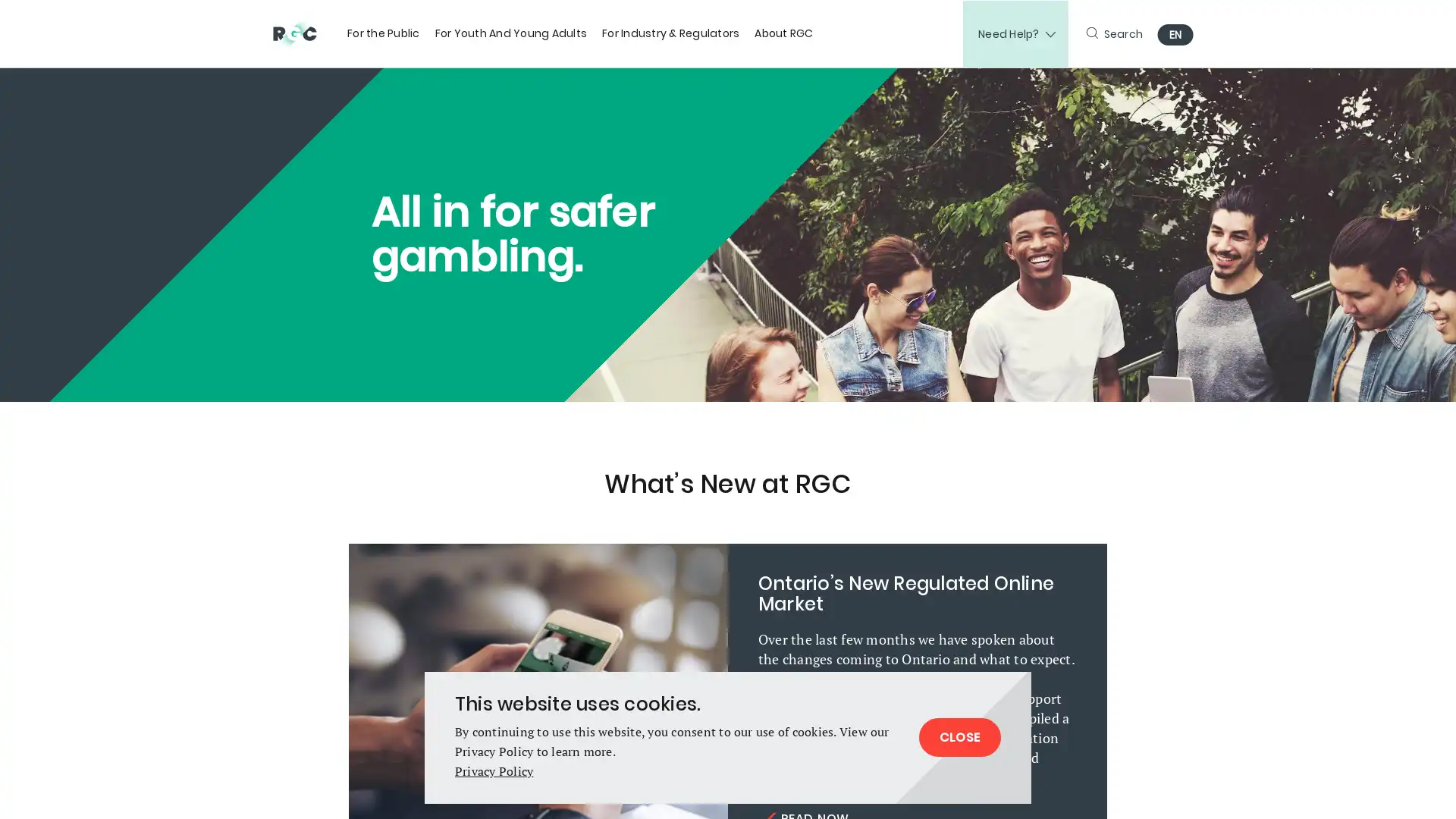 Image resolution: width=1456 pixels, height=819 pixels. I want to click on EN, so click(1174, 34).